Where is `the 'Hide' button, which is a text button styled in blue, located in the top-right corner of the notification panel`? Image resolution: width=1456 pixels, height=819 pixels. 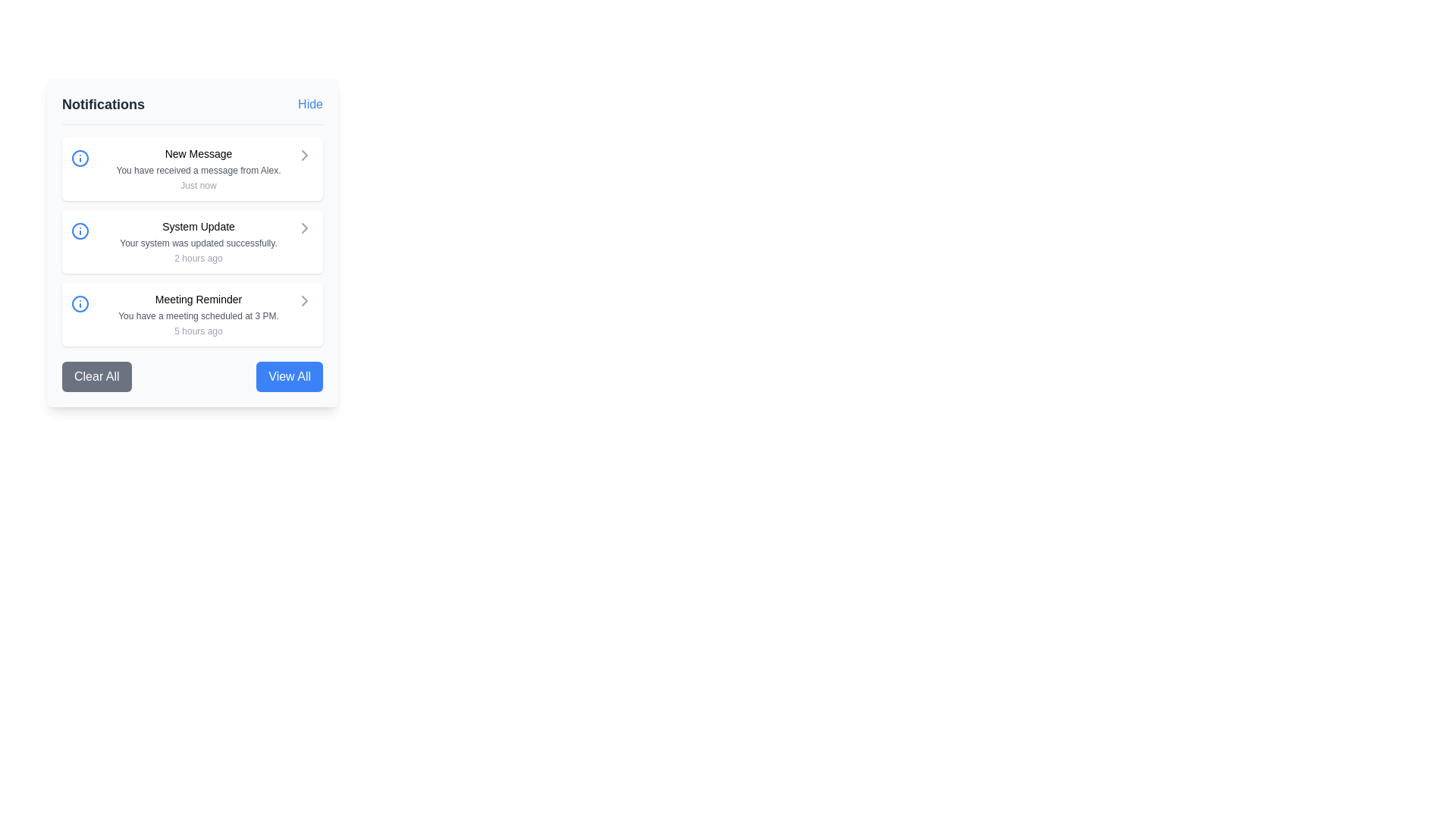 the 'Hide' button, which is a text button styled in blue, located in the top-right corner of the notification panel is located at coordinates (309, 104).